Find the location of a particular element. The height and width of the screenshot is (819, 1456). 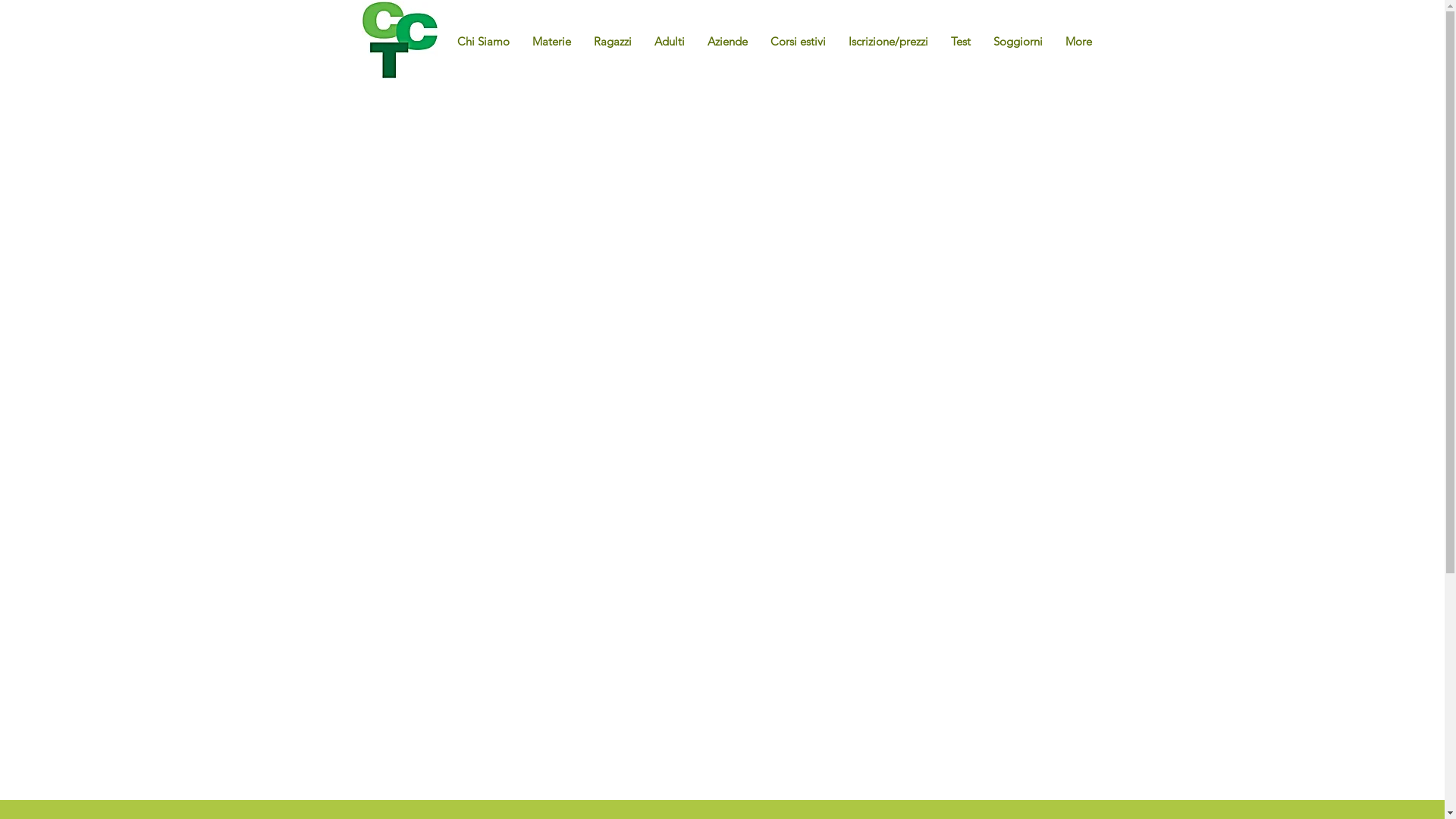

'Adulti' is located at coordinates (574, 34).